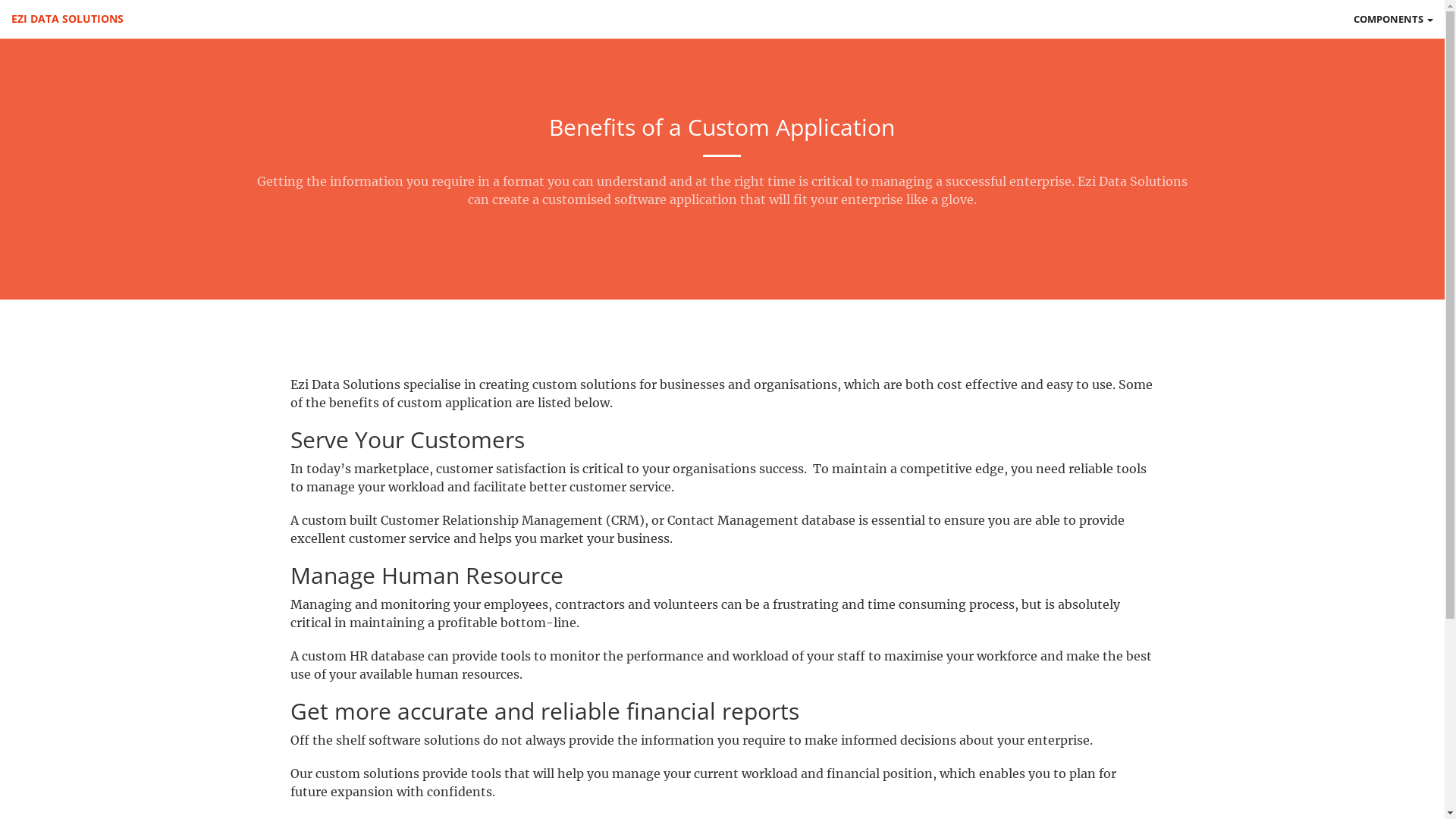 The height and width of the screenshot is (819, 1456). Describe the element at coordinates (67, 18) in the screenshot. I see `'EZI DATA SOLUTIONS'` at that location.